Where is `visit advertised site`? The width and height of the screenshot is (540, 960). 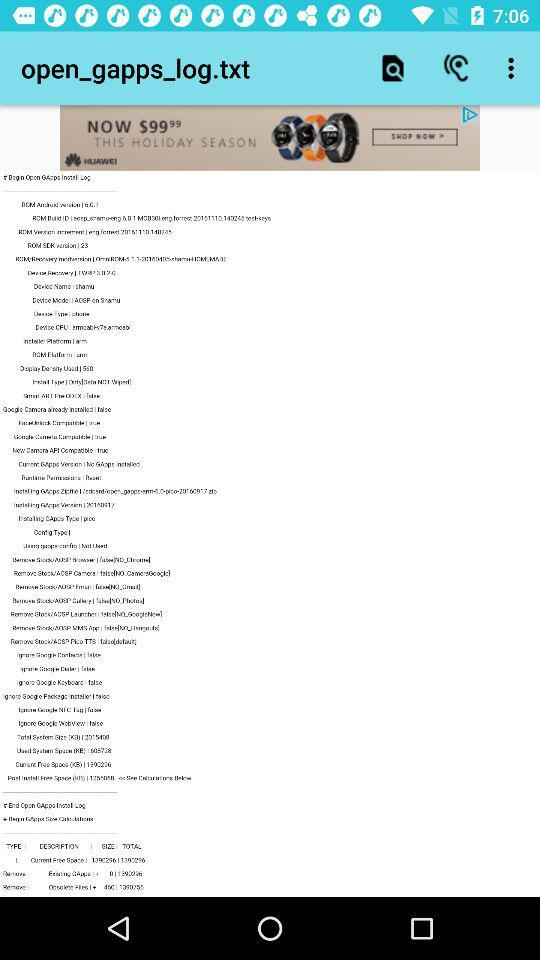 visit advertised site is located at coordinates (270, 136).